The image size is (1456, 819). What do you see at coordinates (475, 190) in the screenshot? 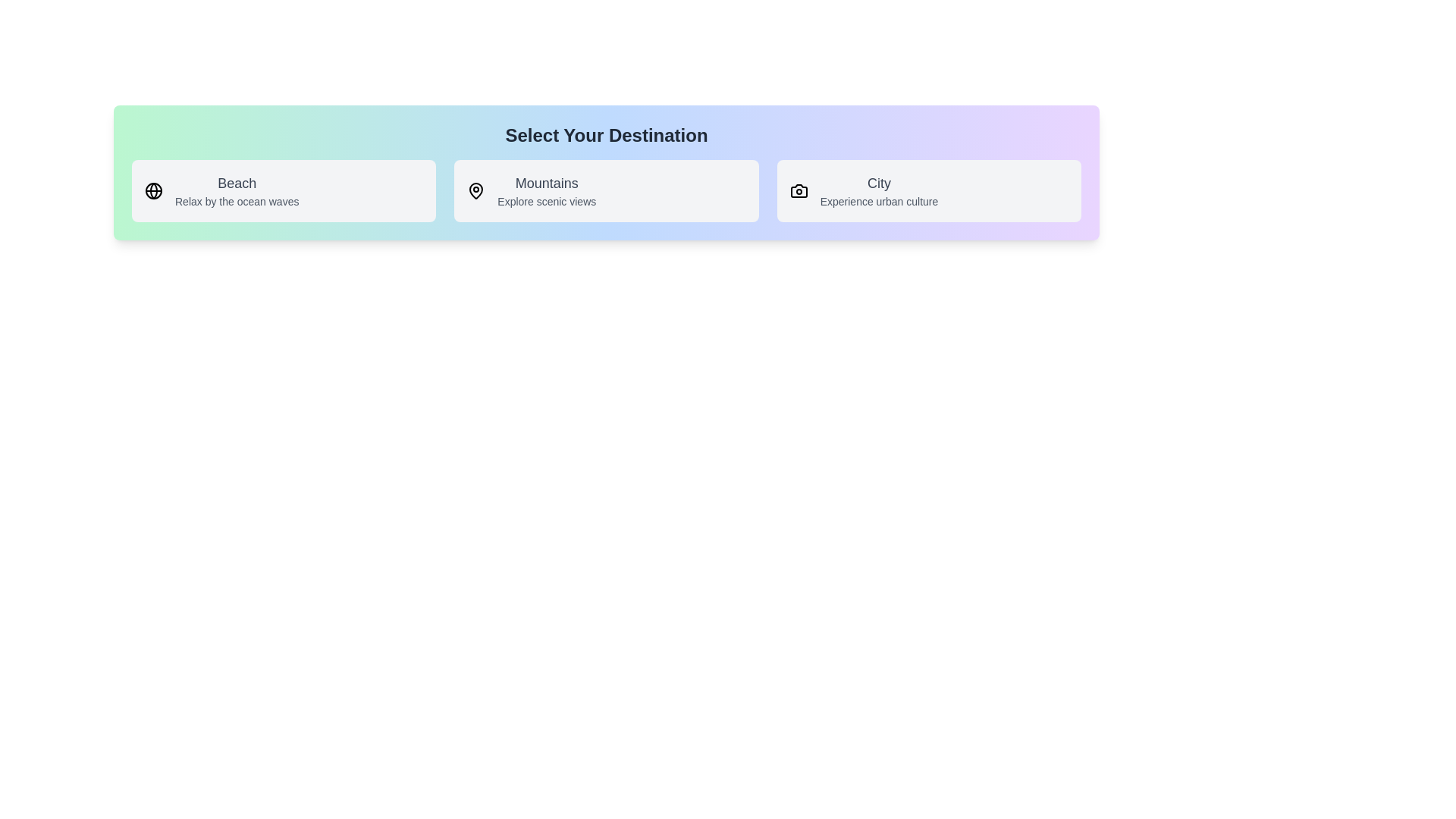
I see `the map pin icon with a black outline located in the 'Mountains' card, next to 'Explore scenic views' and above 'Mountains'` at bounding box center [475, 190].